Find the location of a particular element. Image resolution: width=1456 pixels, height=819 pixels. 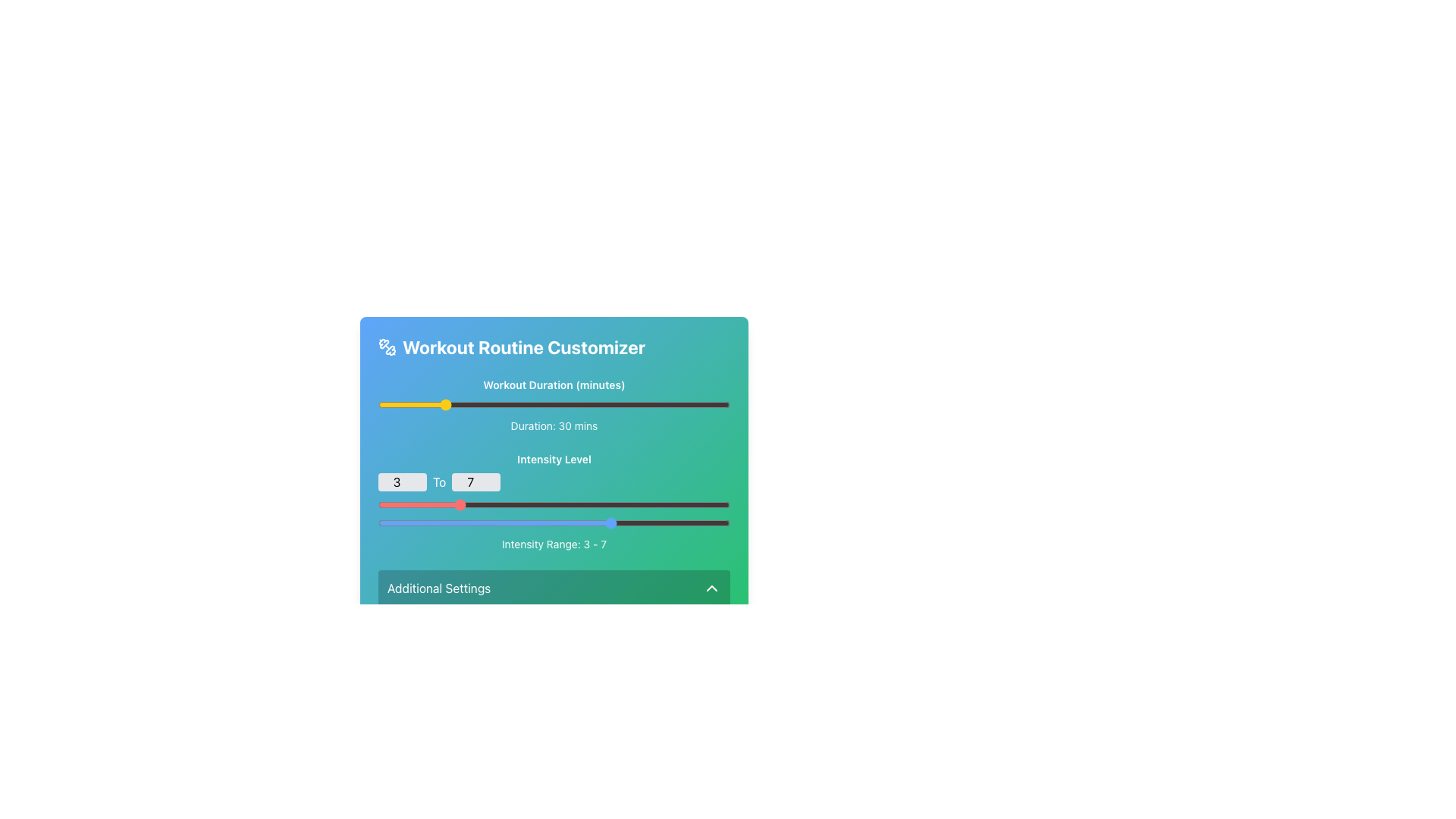

the 'Additional Settings' toggle button at the bottom of the 'Workout Routine Customizer' panel is located at coordinates (553, 587).